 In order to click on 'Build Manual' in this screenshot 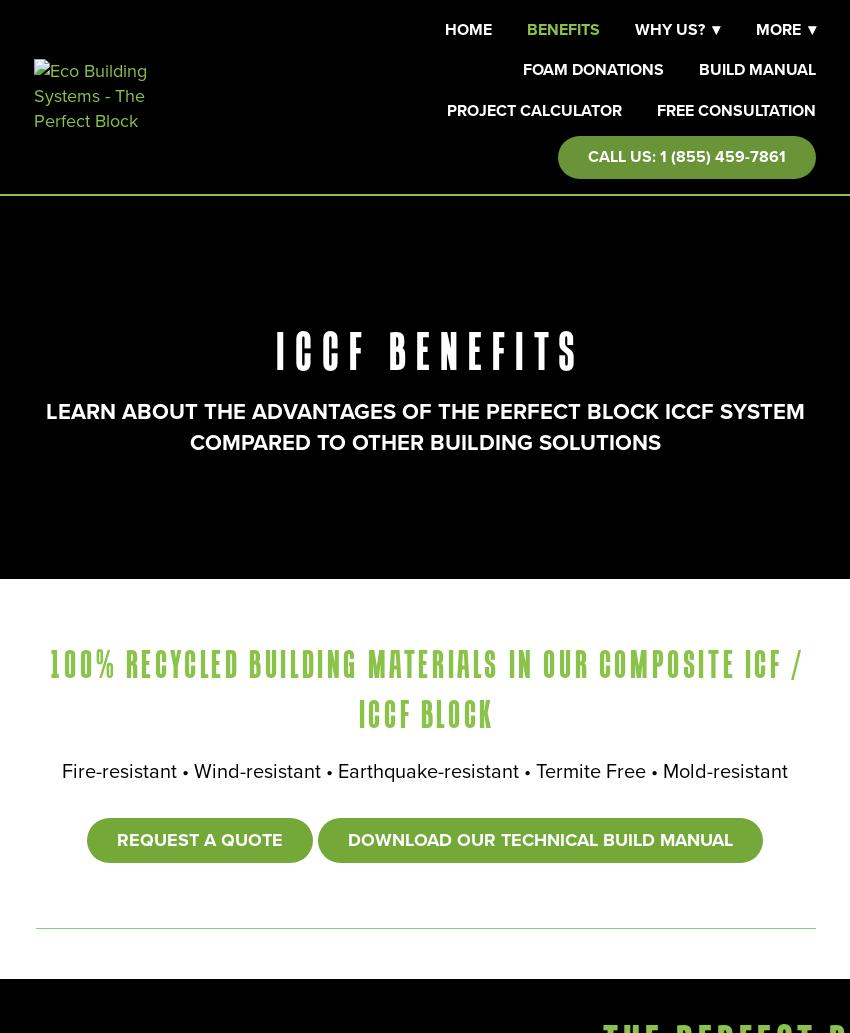, I will do `click(757, 69)`.